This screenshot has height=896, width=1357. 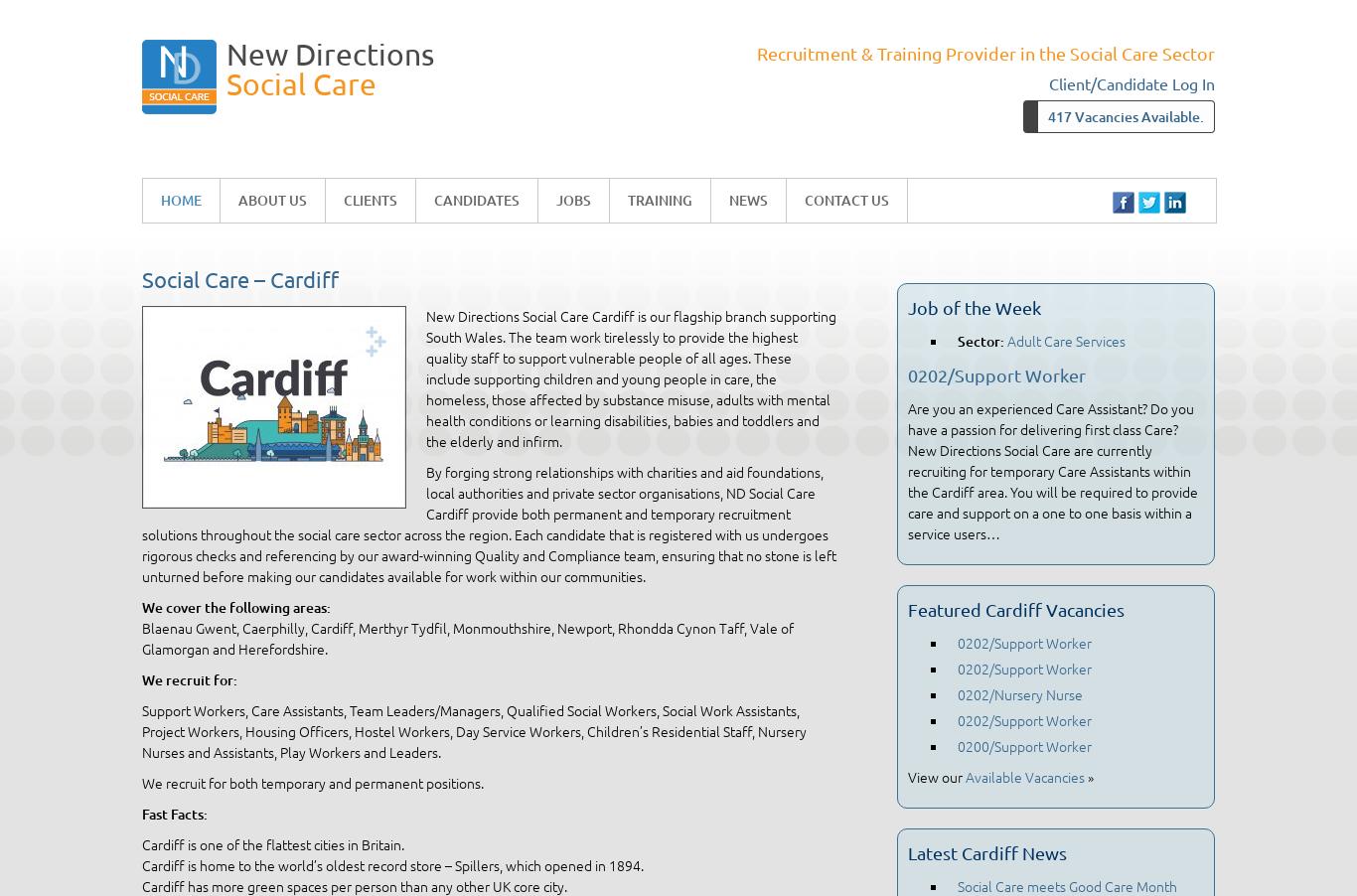 What do you see at coordinates (987, 852) in the screenshot?
I see `'Latest Cardiff News'` at bounding box center [987, 852].